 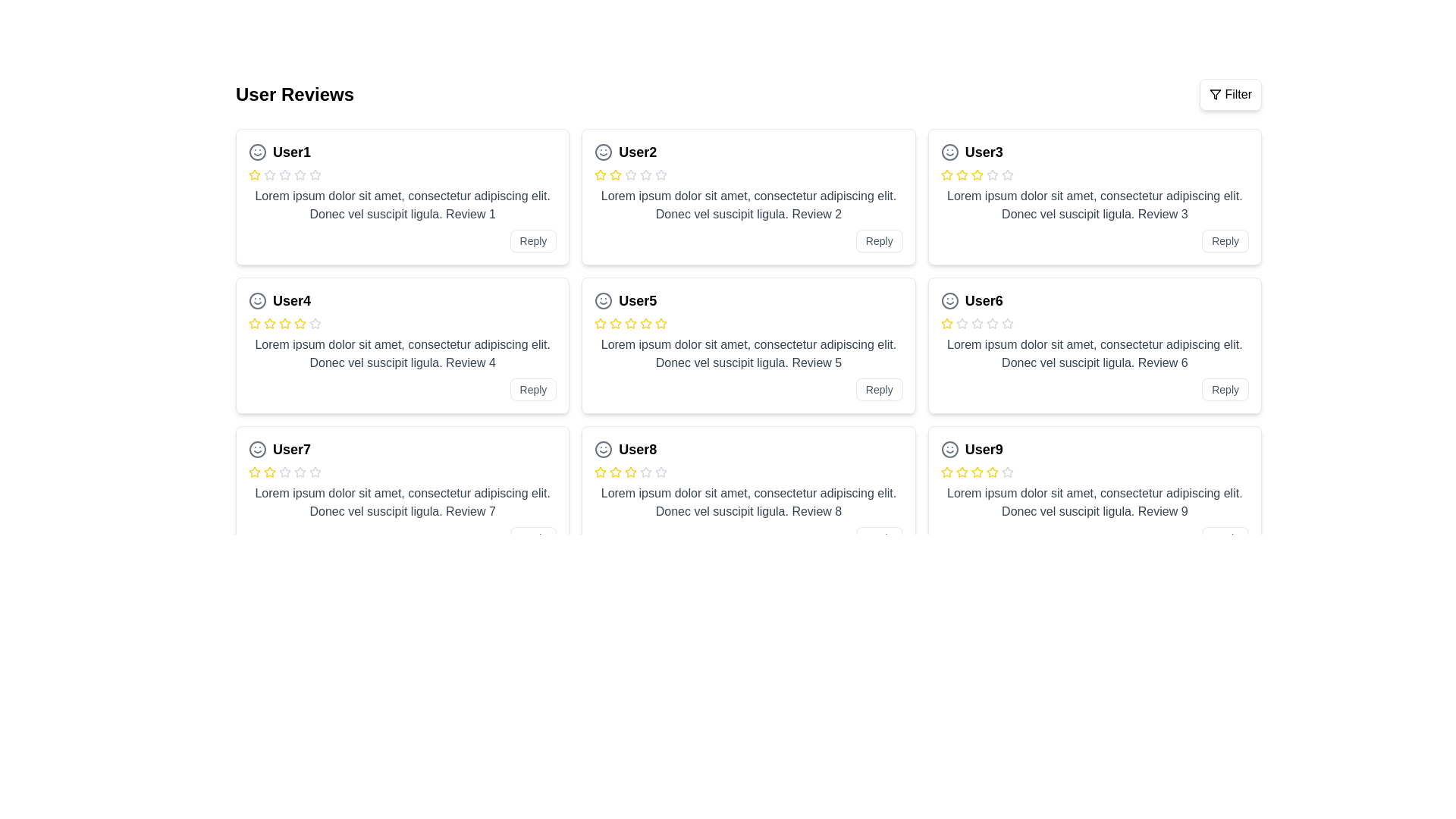 I want to click on the star icons in the Rating display component for 'User7' to change the rating, so click(x=403, y=472).